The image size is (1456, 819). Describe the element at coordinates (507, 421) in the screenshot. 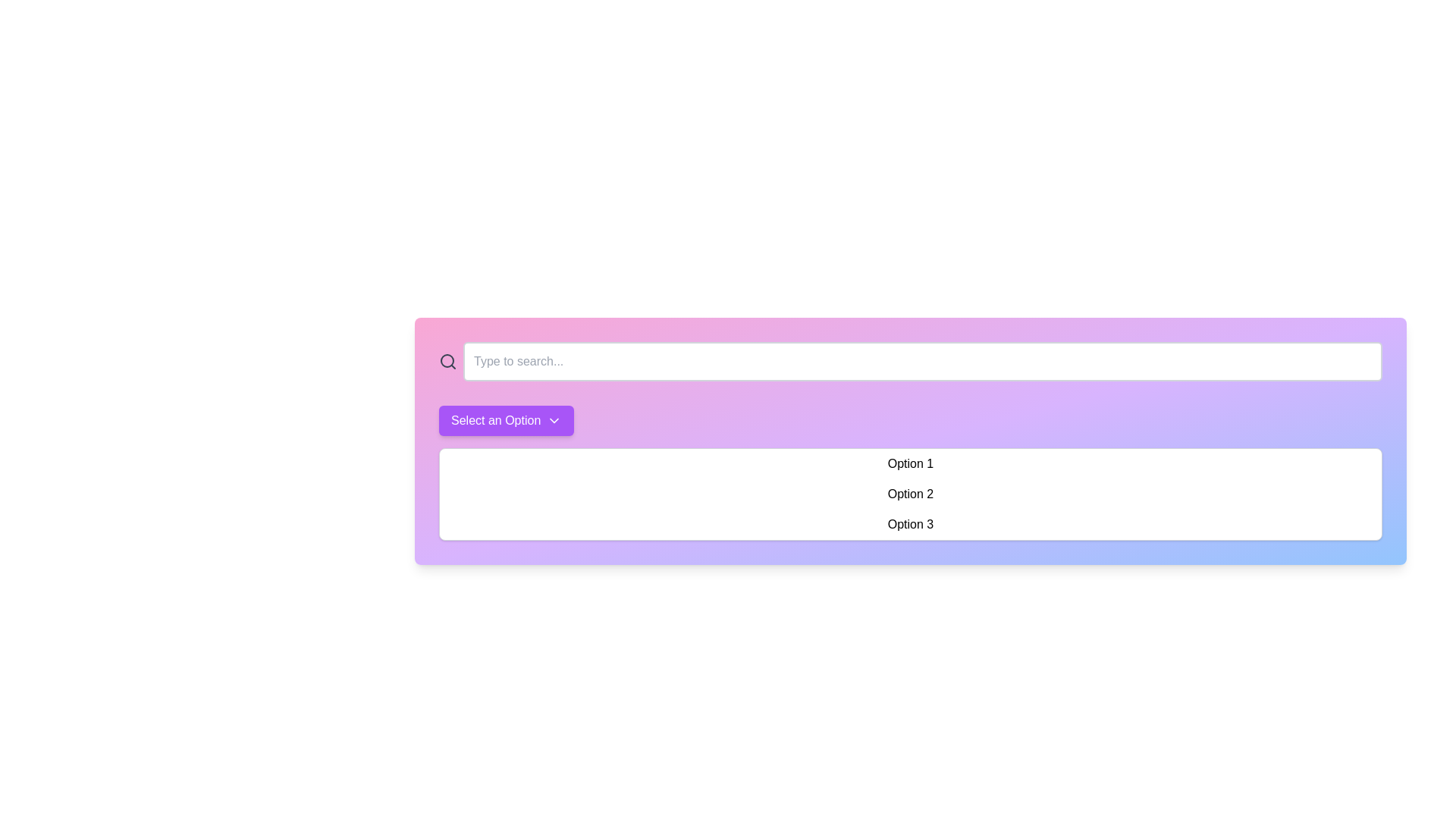

I see `the 'Select an Option' button, which has a purple background and a drop-down indicator` at that location.